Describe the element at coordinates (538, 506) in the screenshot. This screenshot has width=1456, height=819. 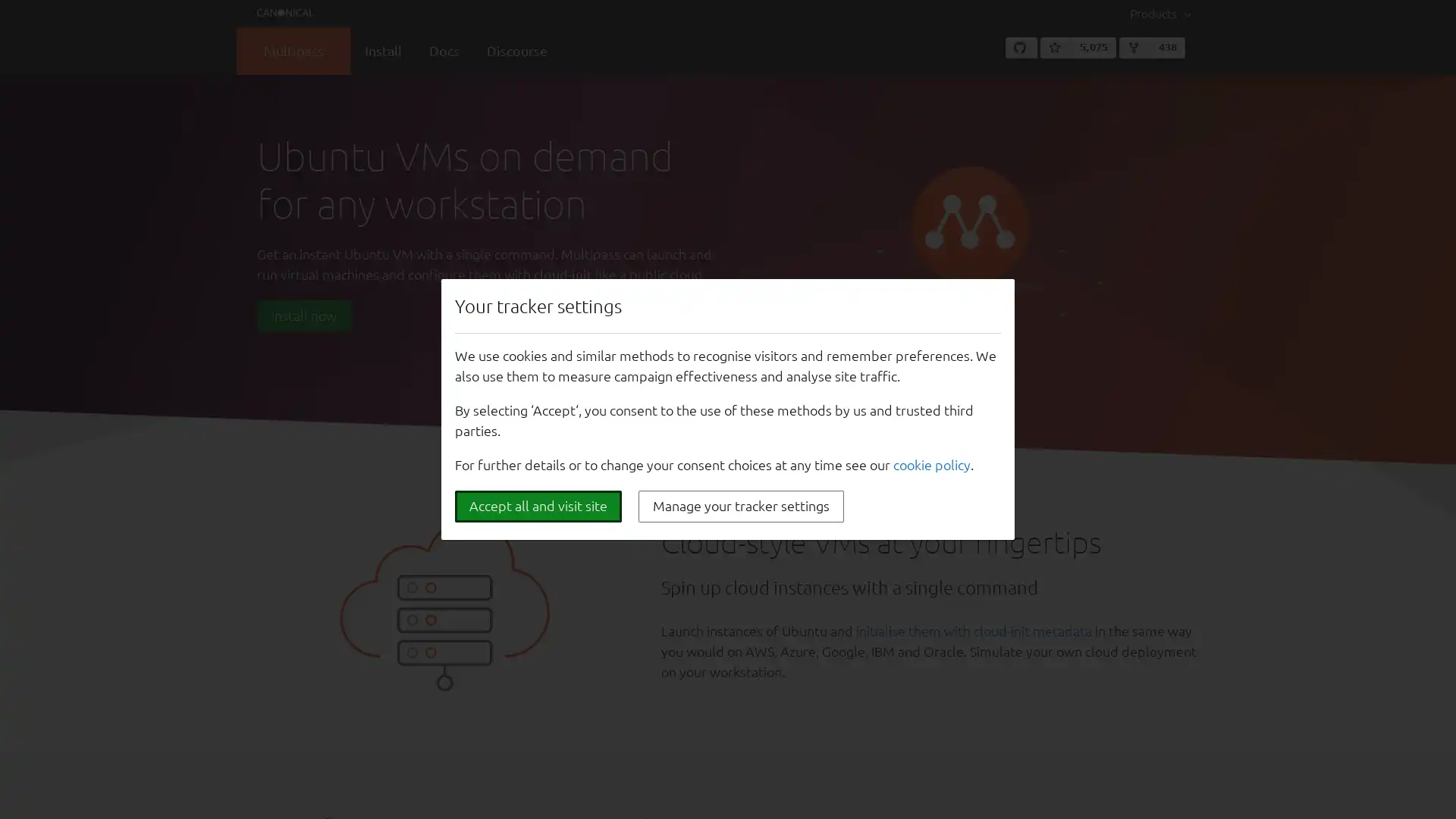
I see `Accept all and visit site` at that location.